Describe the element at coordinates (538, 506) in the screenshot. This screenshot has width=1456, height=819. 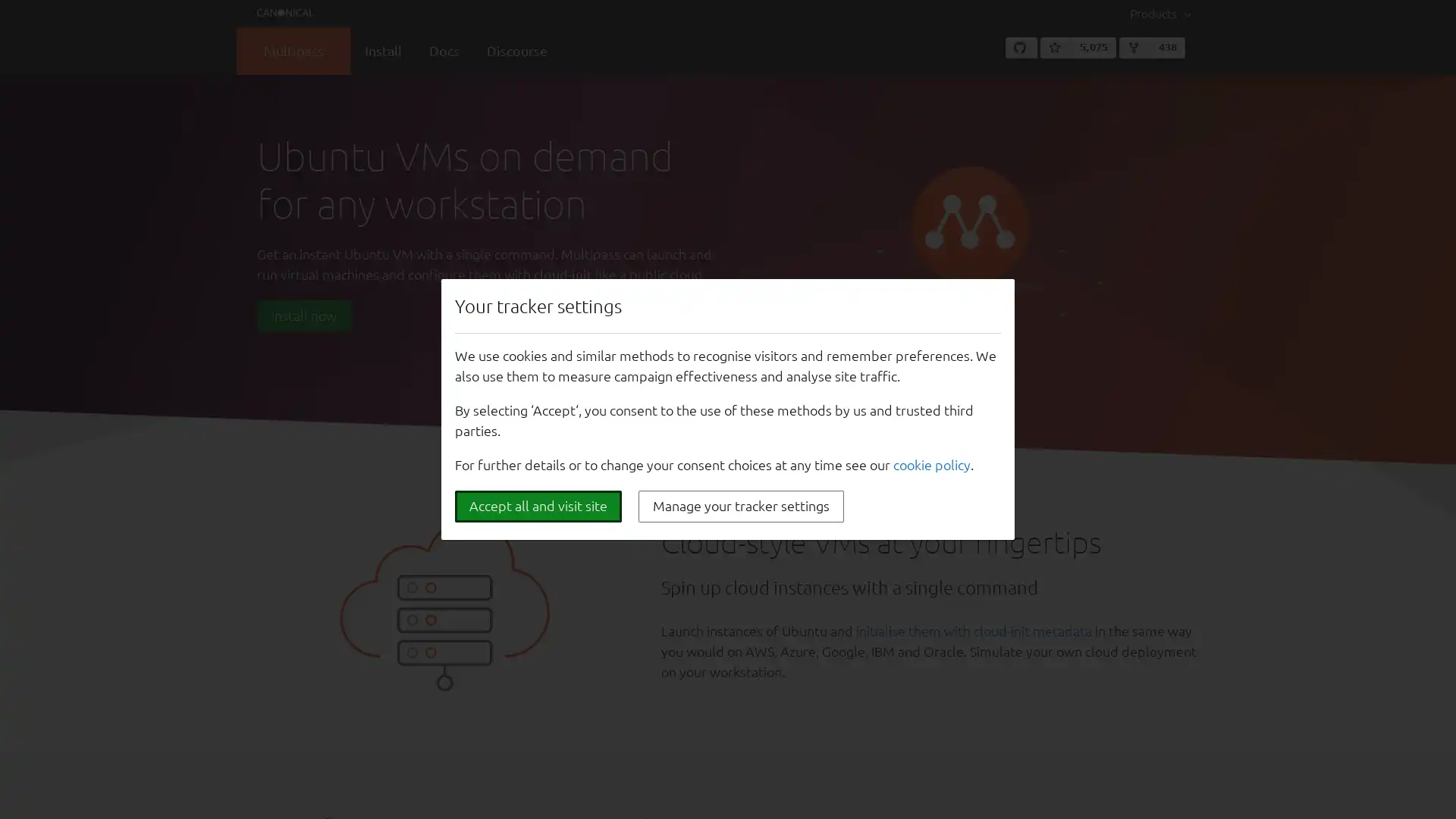
I see `Accept all and visit site` at that location.